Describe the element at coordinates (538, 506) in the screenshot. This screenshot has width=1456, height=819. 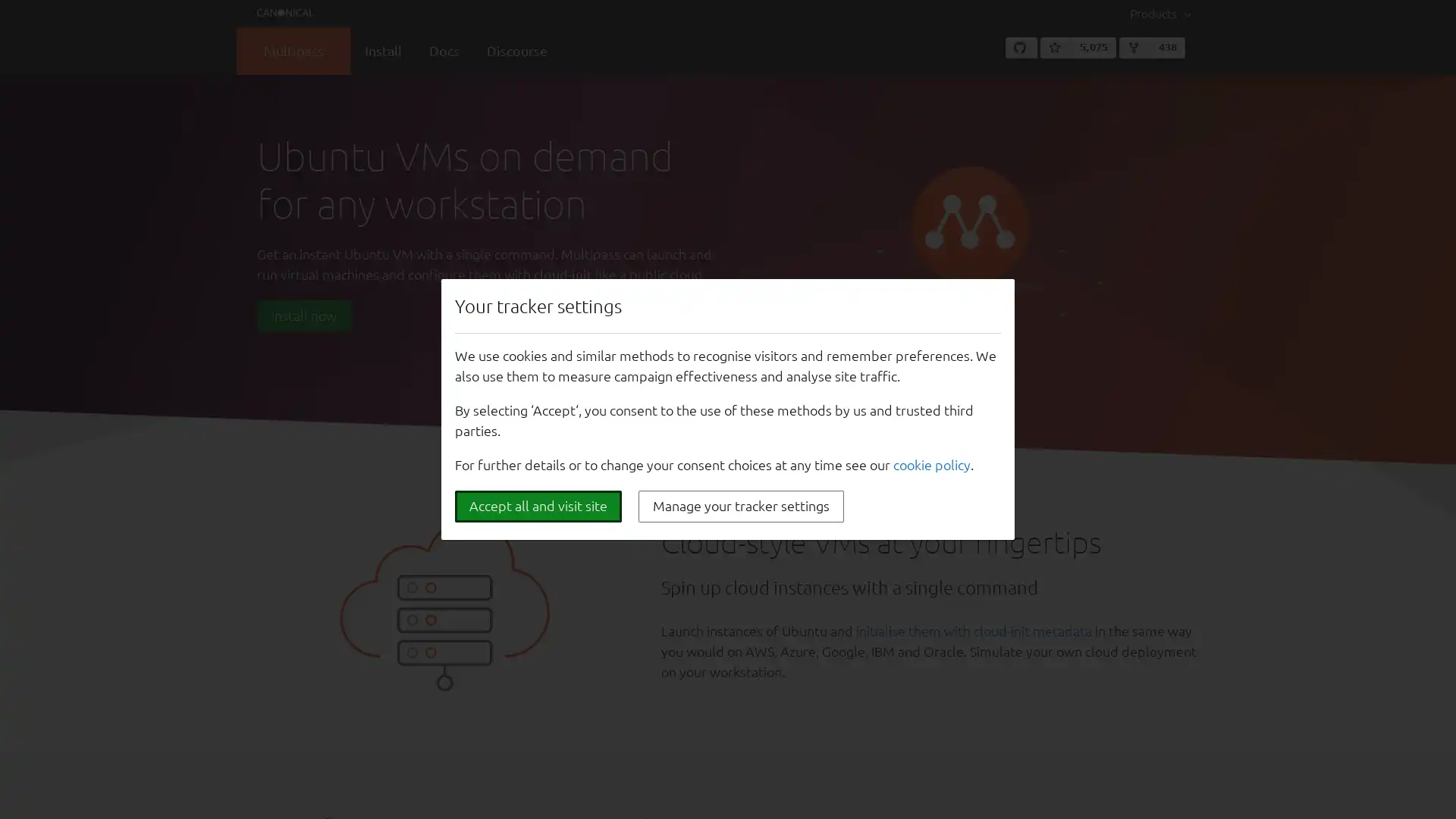
I see `Accept all and visit site` at that location.